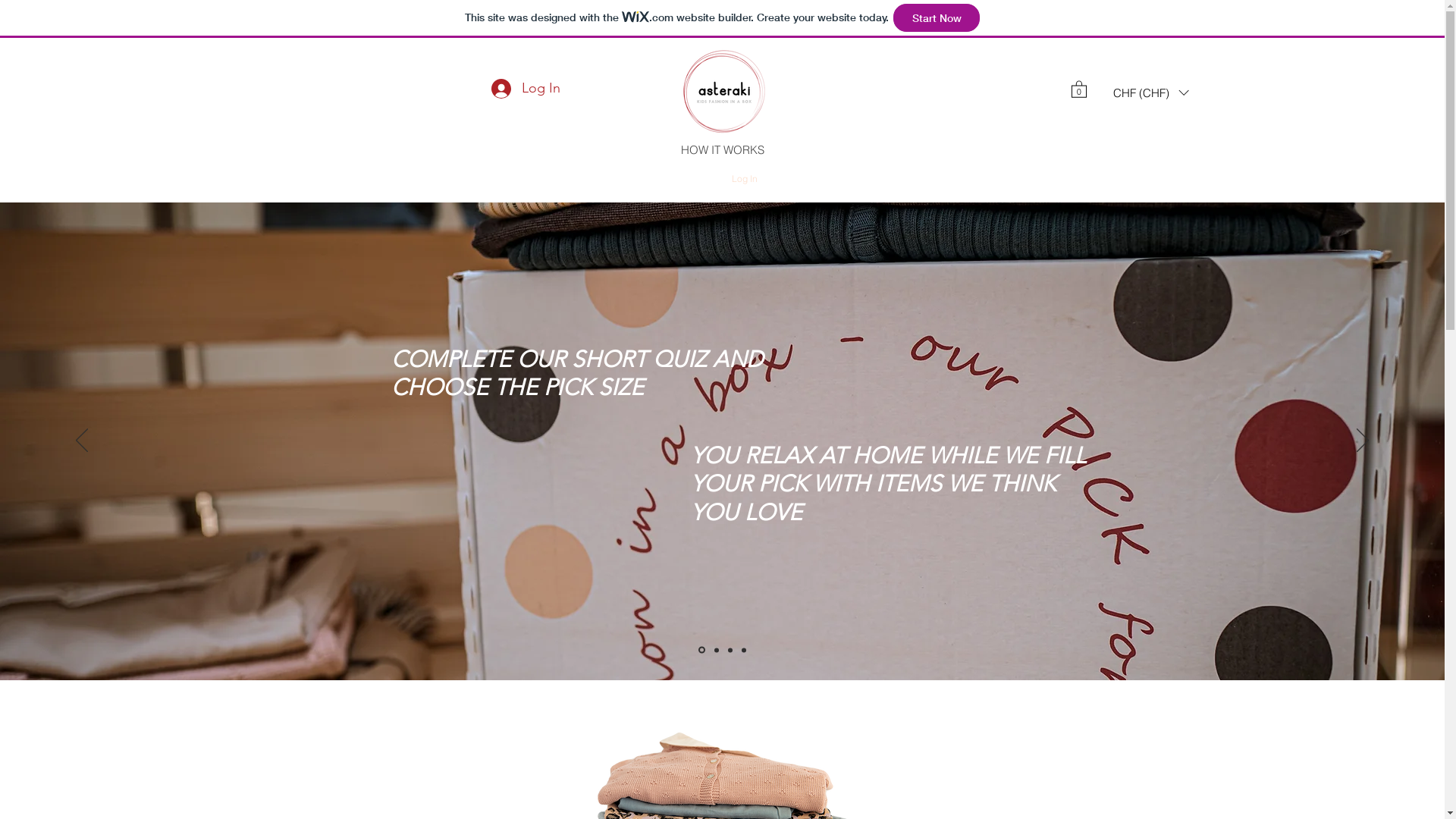 The height and width of the screenshot is (819, 1456). What do you see at coordinates (526, 88) in the screenshot?
I see `'Log In'` at bounding box center [526, 88].